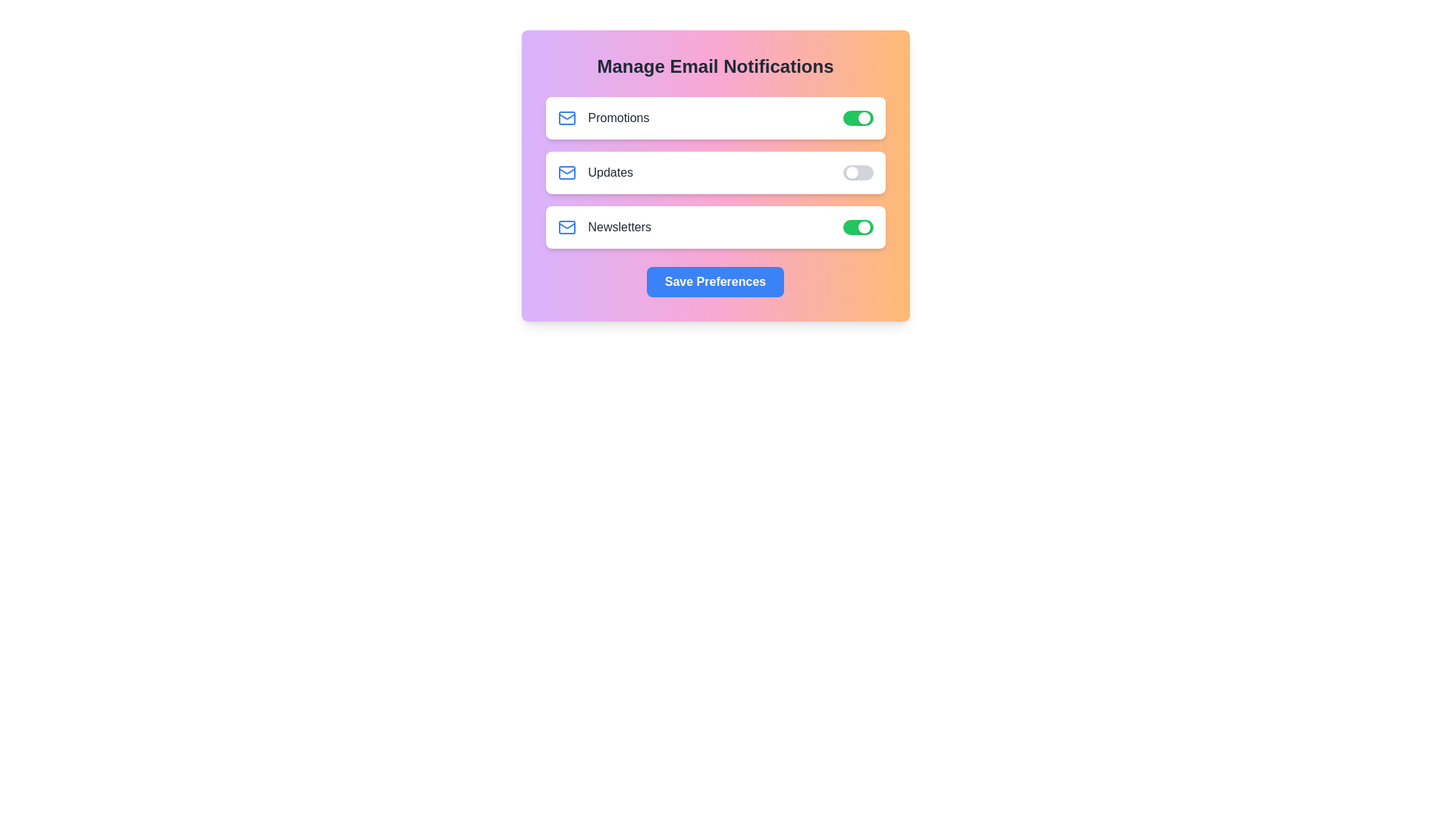  Describe the element at coordinates (714, 66) in the screenshot. I see `the title 'Manage Email Notifications' by clicking on it` at that location.